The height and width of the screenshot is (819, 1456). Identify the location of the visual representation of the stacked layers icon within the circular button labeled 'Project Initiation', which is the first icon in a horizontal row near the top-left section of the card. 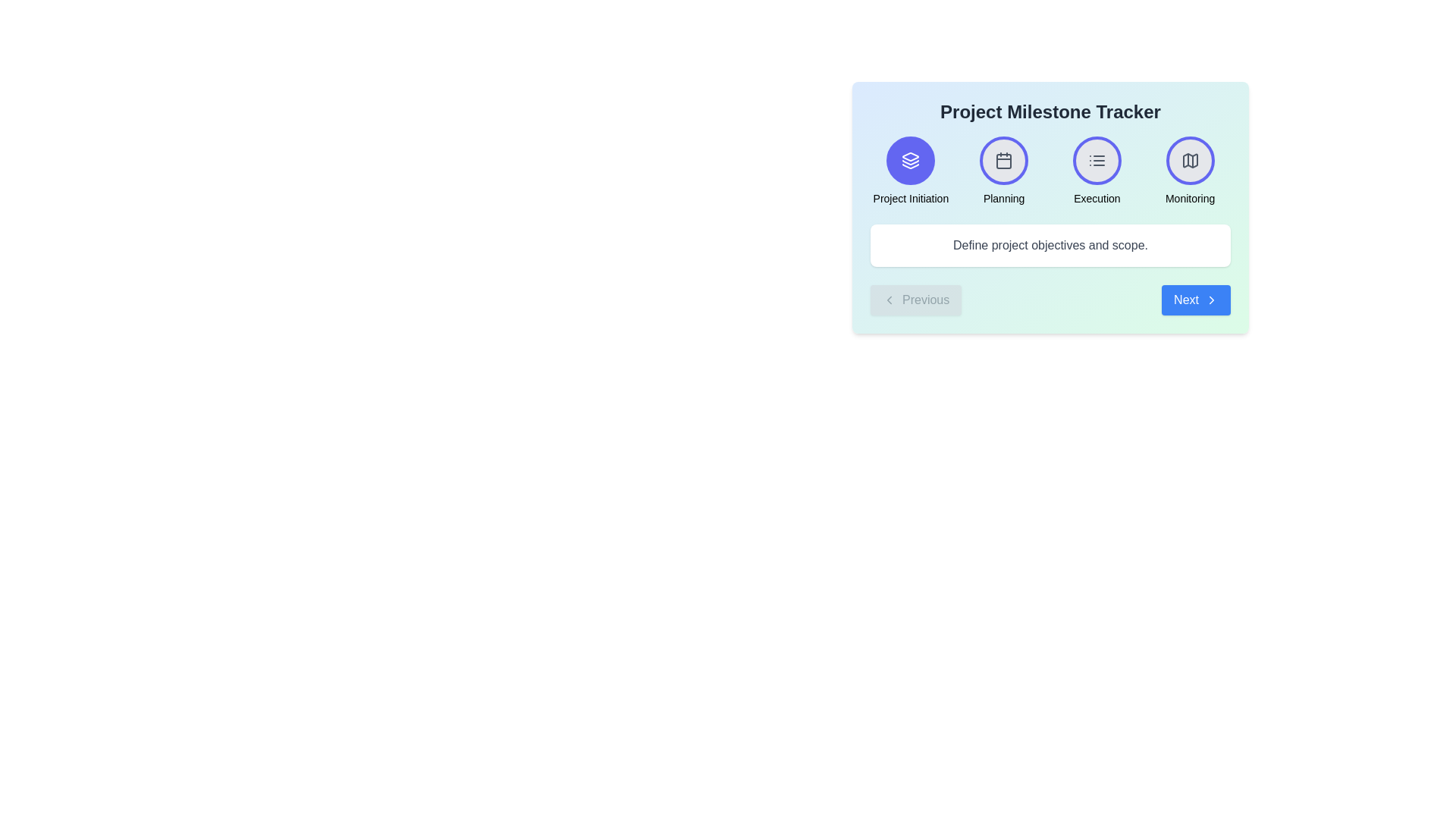
(910, 161).